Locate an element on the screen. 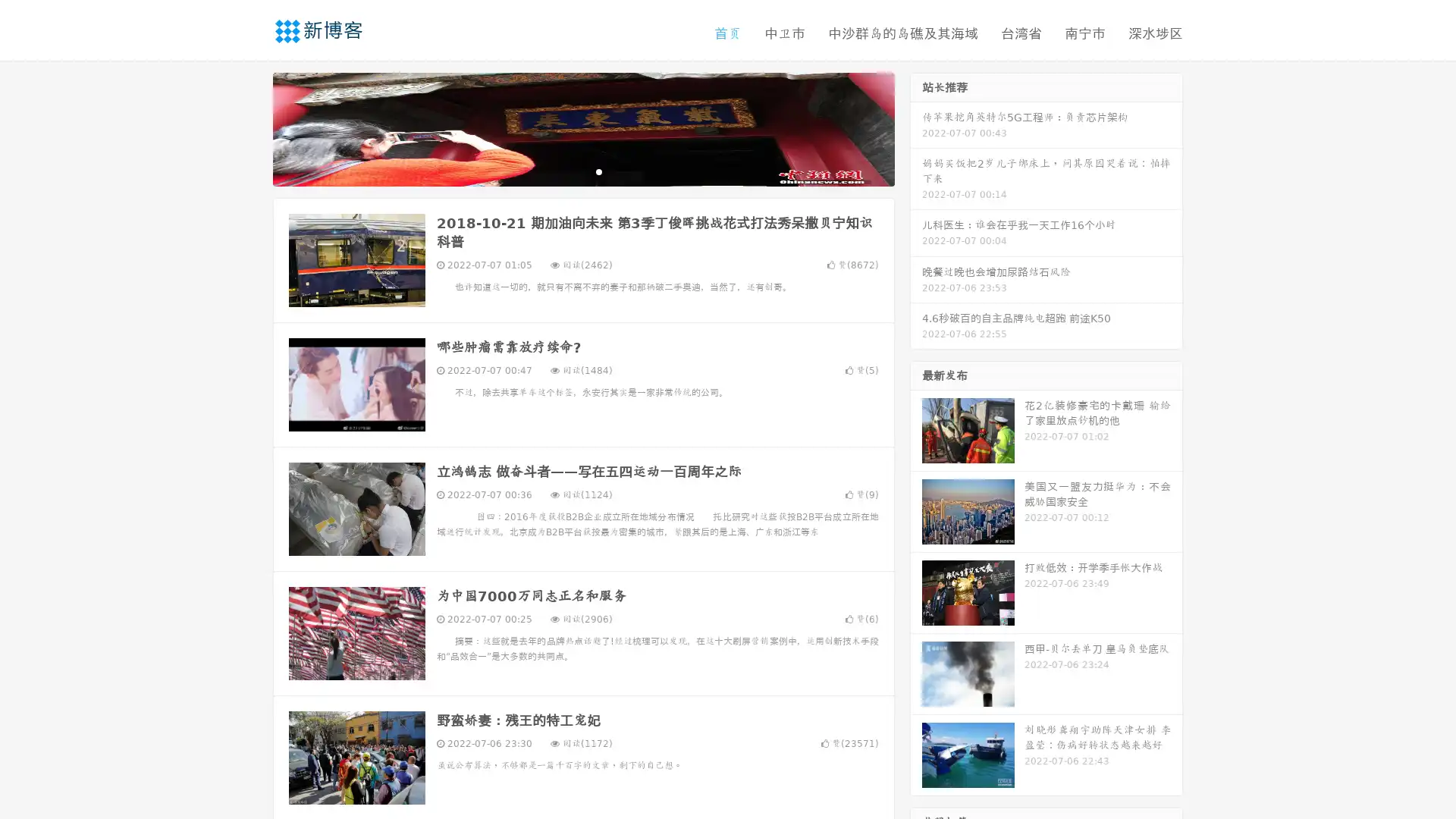 This screenshot has width=1456, height=819. Go to slide 2 is located at coordinates (582, 171).